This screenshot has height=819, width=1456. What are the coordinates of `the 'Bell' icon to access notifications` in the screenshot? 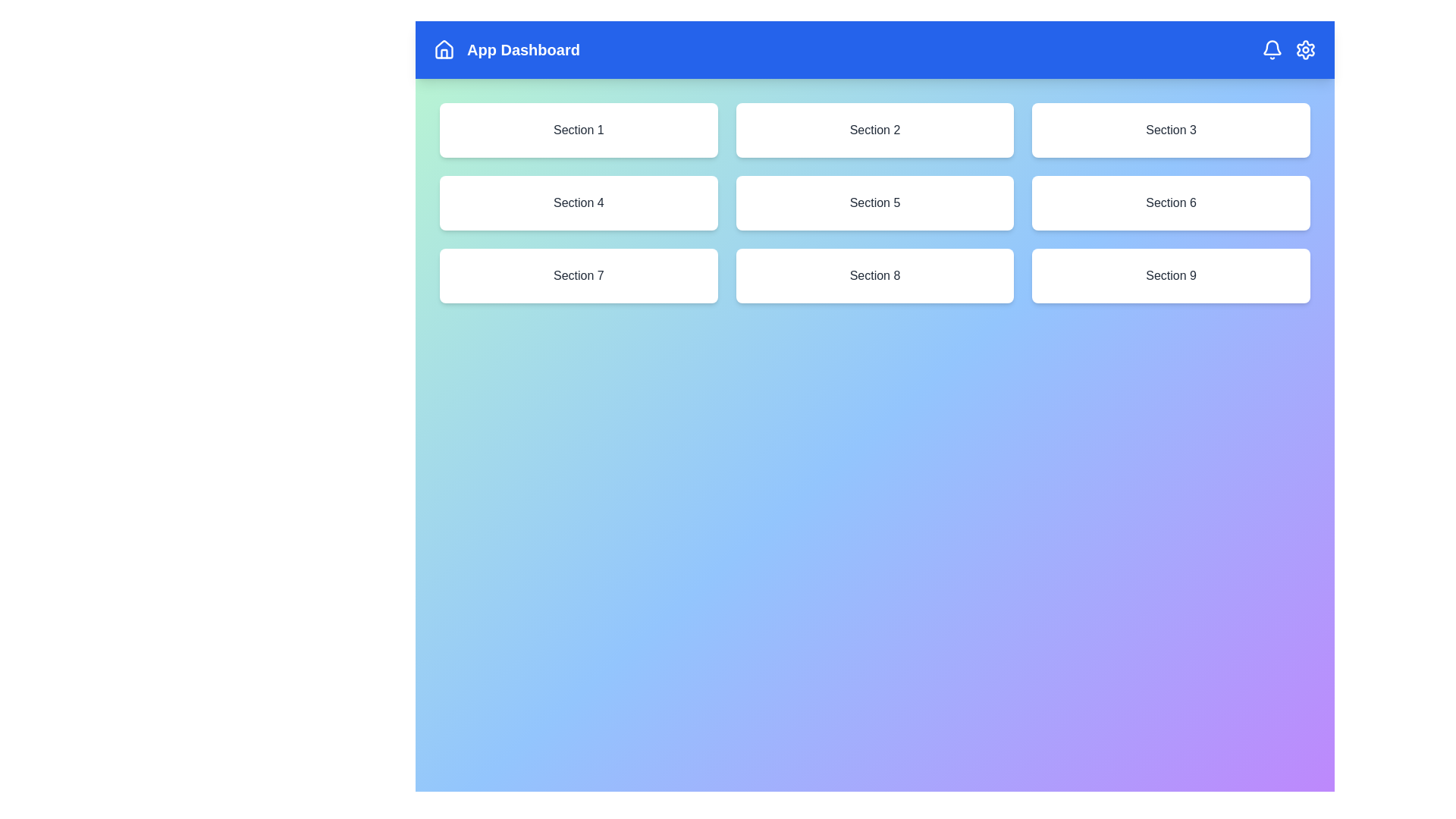 It's located at (1272, 49).